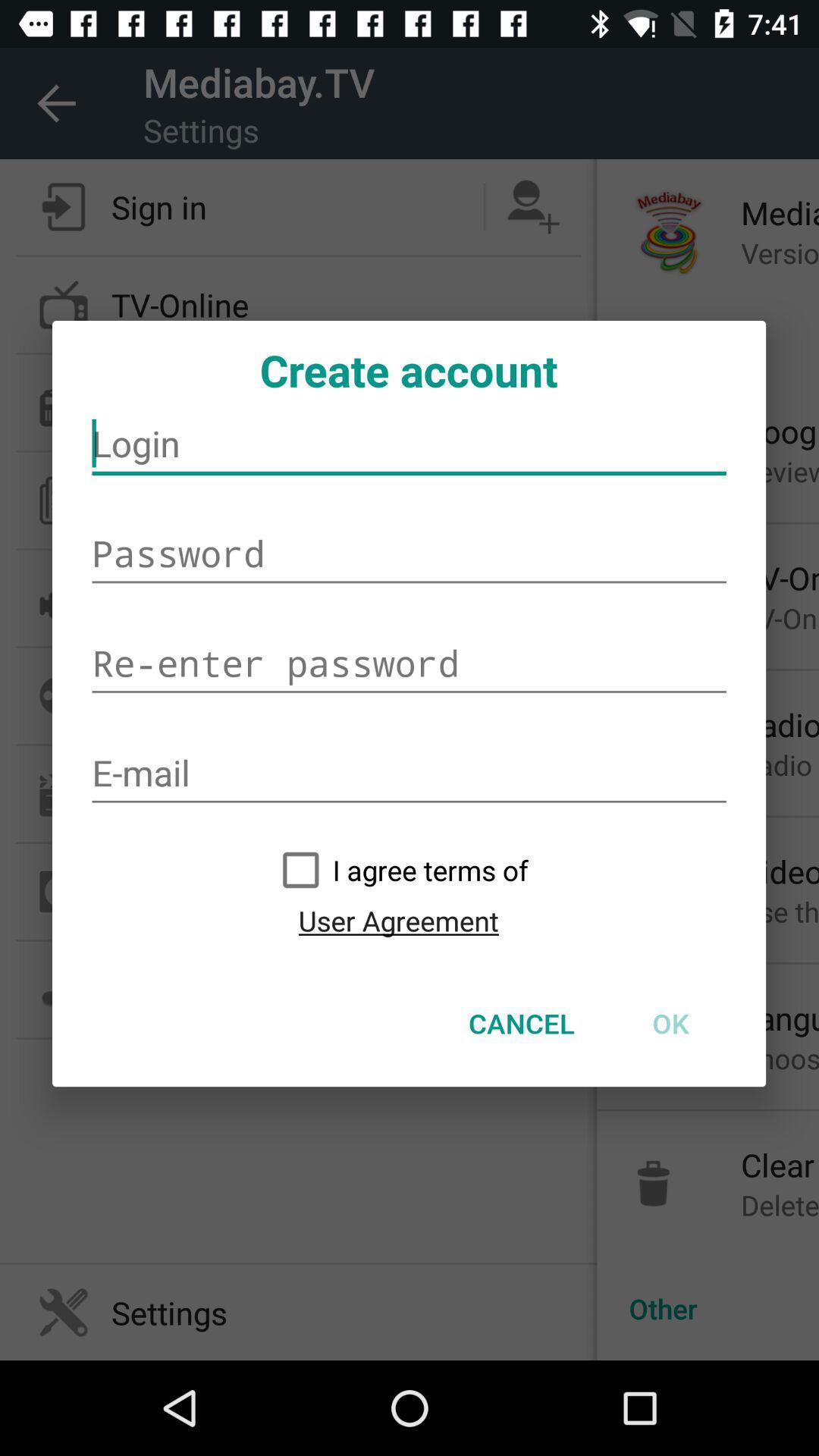 Image resolution: width=819 pixels, height=1456 pixels. I want to click on icon below the create account, so click(408, 443).